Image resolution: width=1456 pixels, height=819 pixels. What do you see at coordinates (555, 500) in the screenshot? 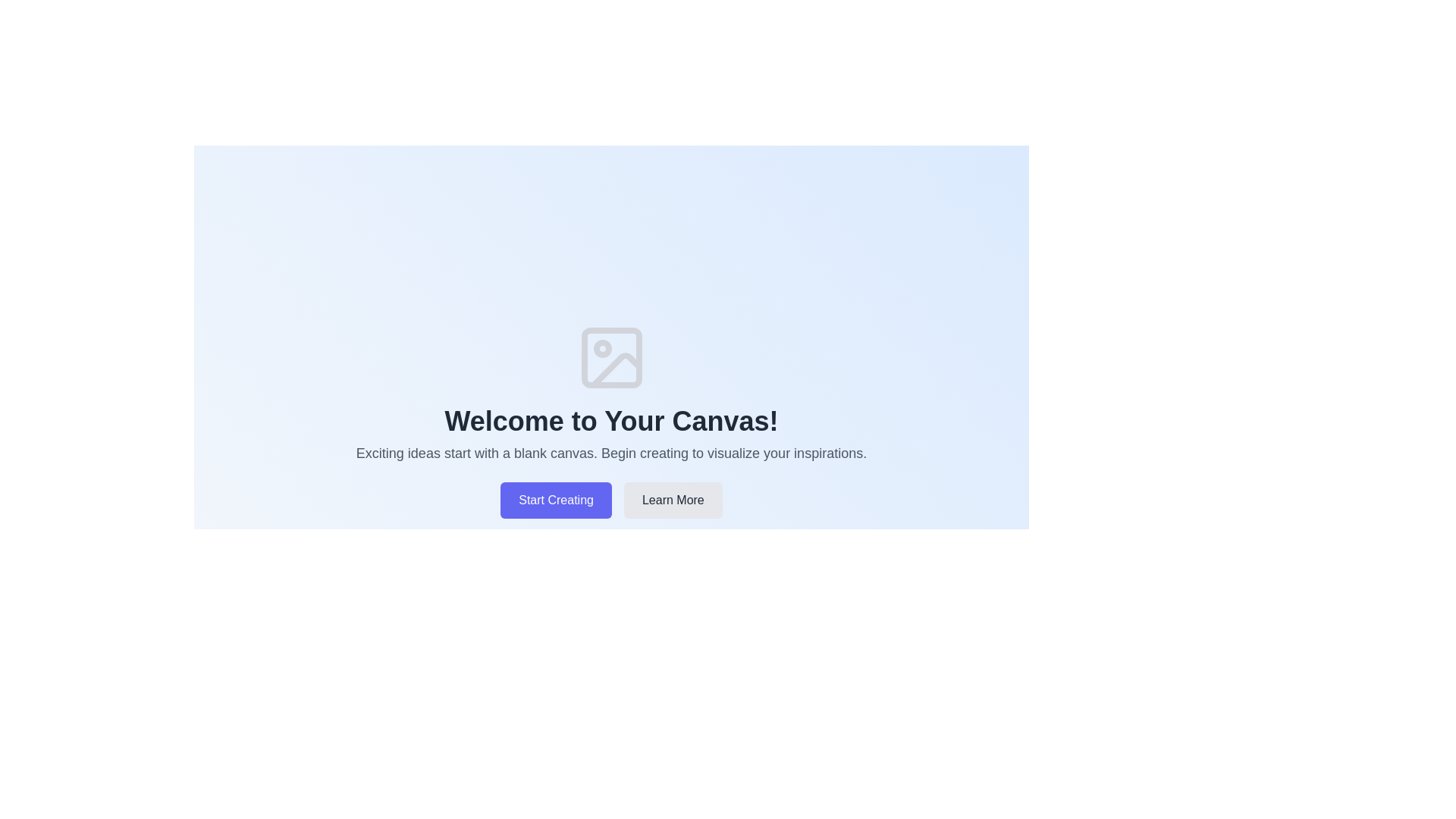
I see `the 'Start Creating' button, which is the leftmost button with a vibrant indigo-blue background and white text, located beneath the introductory text 'Welcome to Your Canvas!'` at bounding box center [555, 500].